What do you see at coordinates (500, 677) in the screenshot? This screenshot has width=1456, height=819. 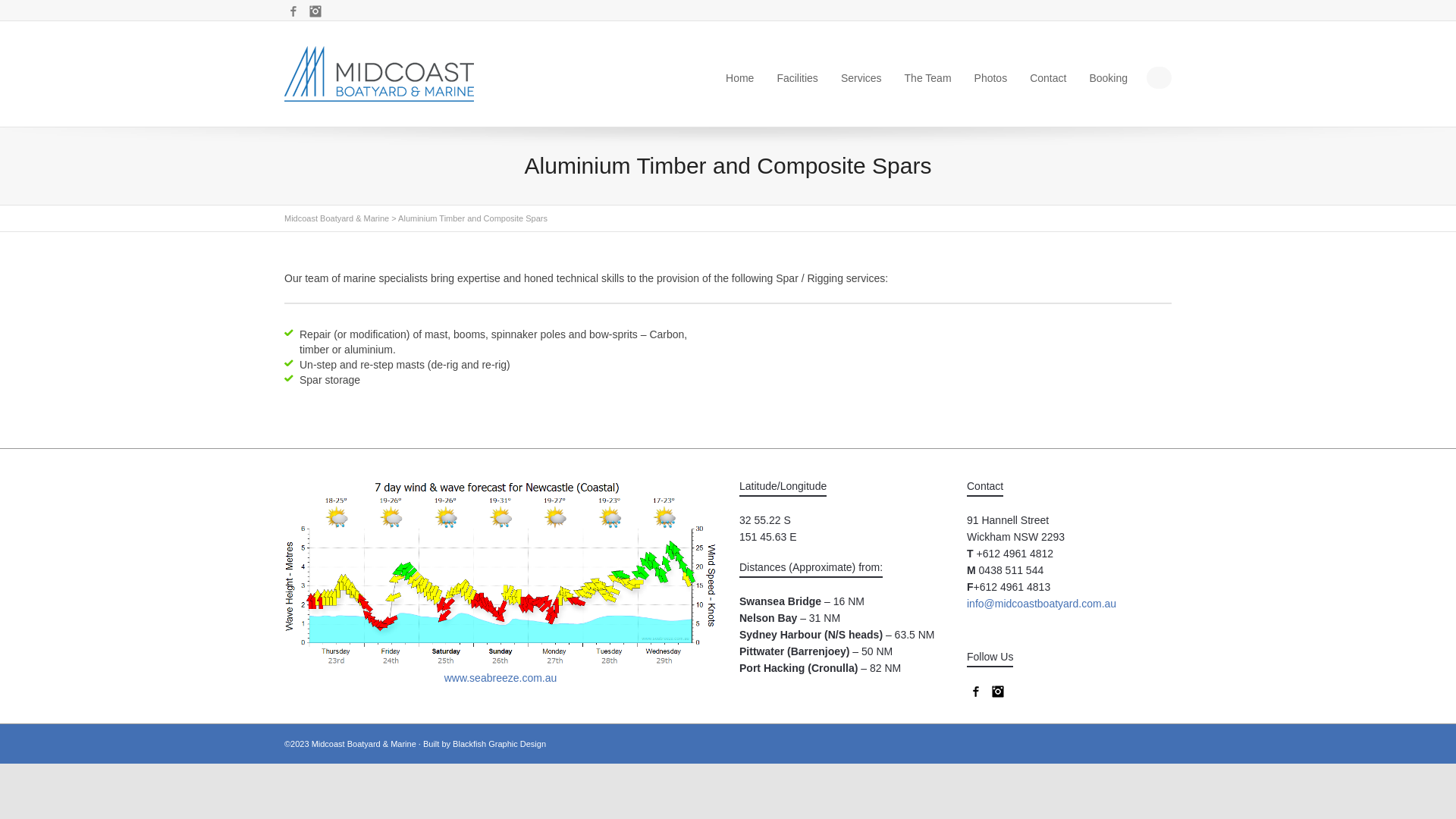 I see `'www.seabreeze.com.au'` at bounding box center [500, 677].